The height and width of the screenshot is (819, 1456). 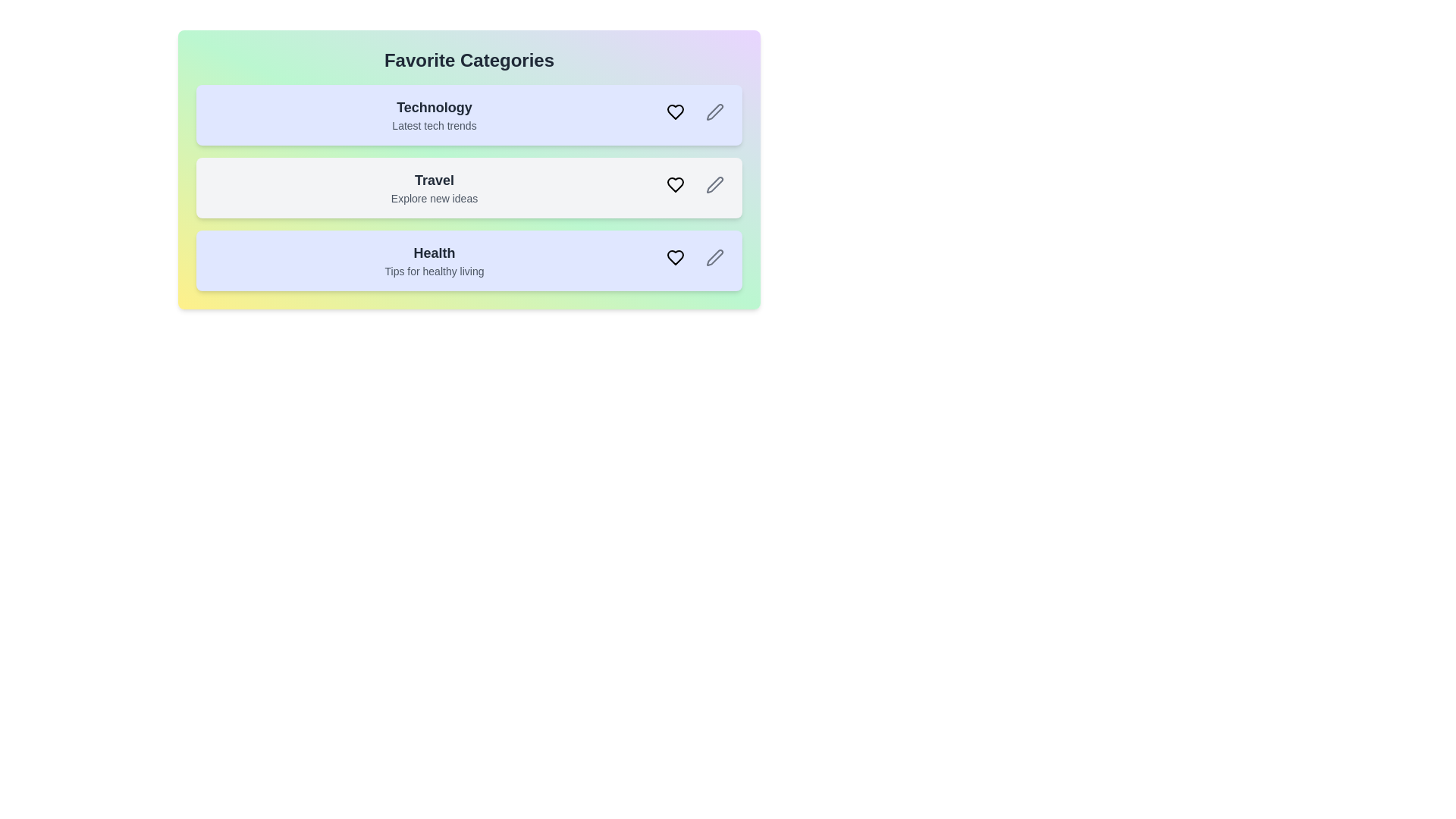 I want to click on the heart icon button to toggle the favorite status of the category Travel, so click(x=675, y=184).